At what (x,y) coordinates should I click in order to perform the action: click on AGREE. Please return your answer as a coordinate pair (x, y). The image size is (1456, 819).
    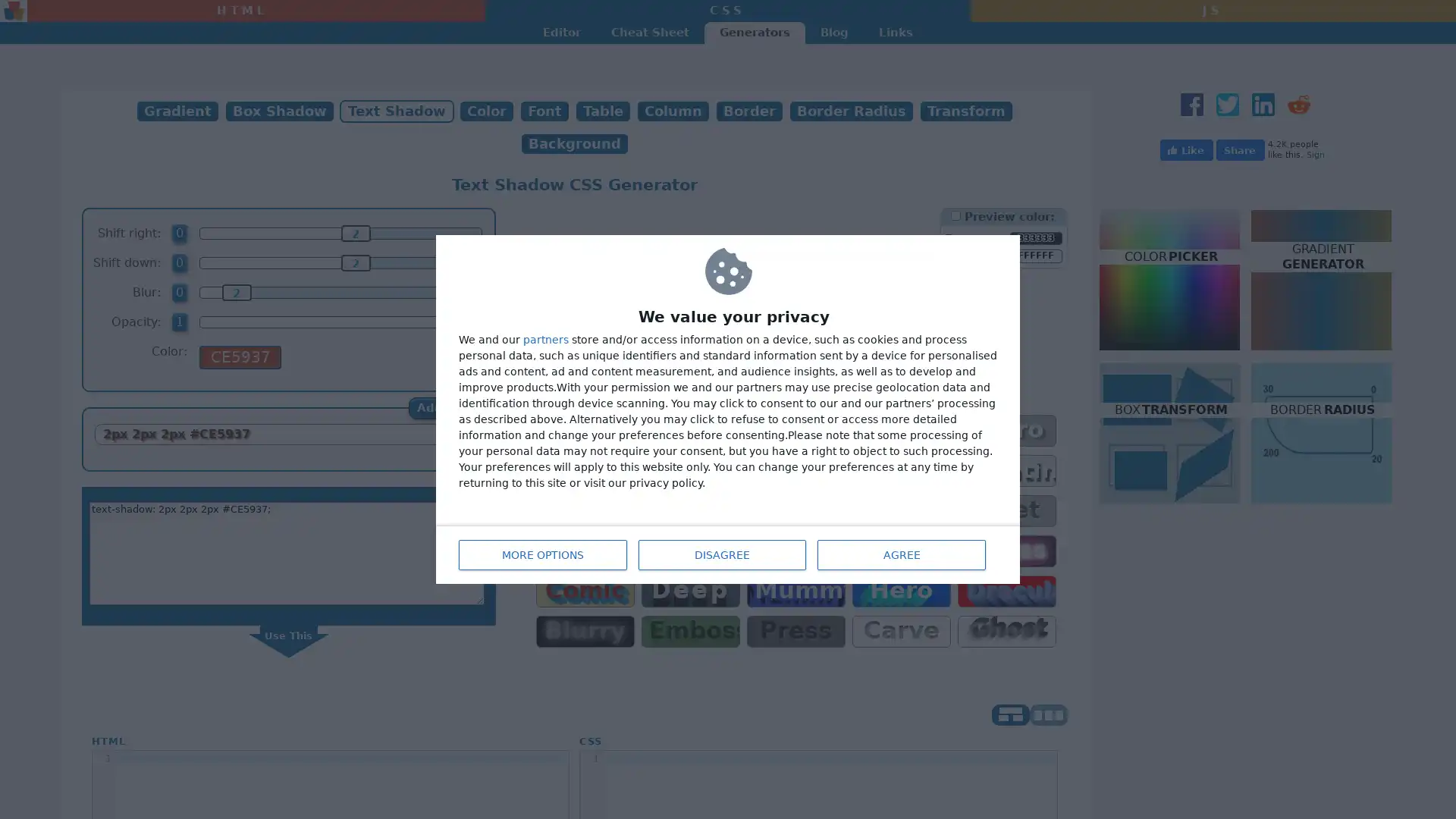
    Looking at the image, I should click on (902, 555).